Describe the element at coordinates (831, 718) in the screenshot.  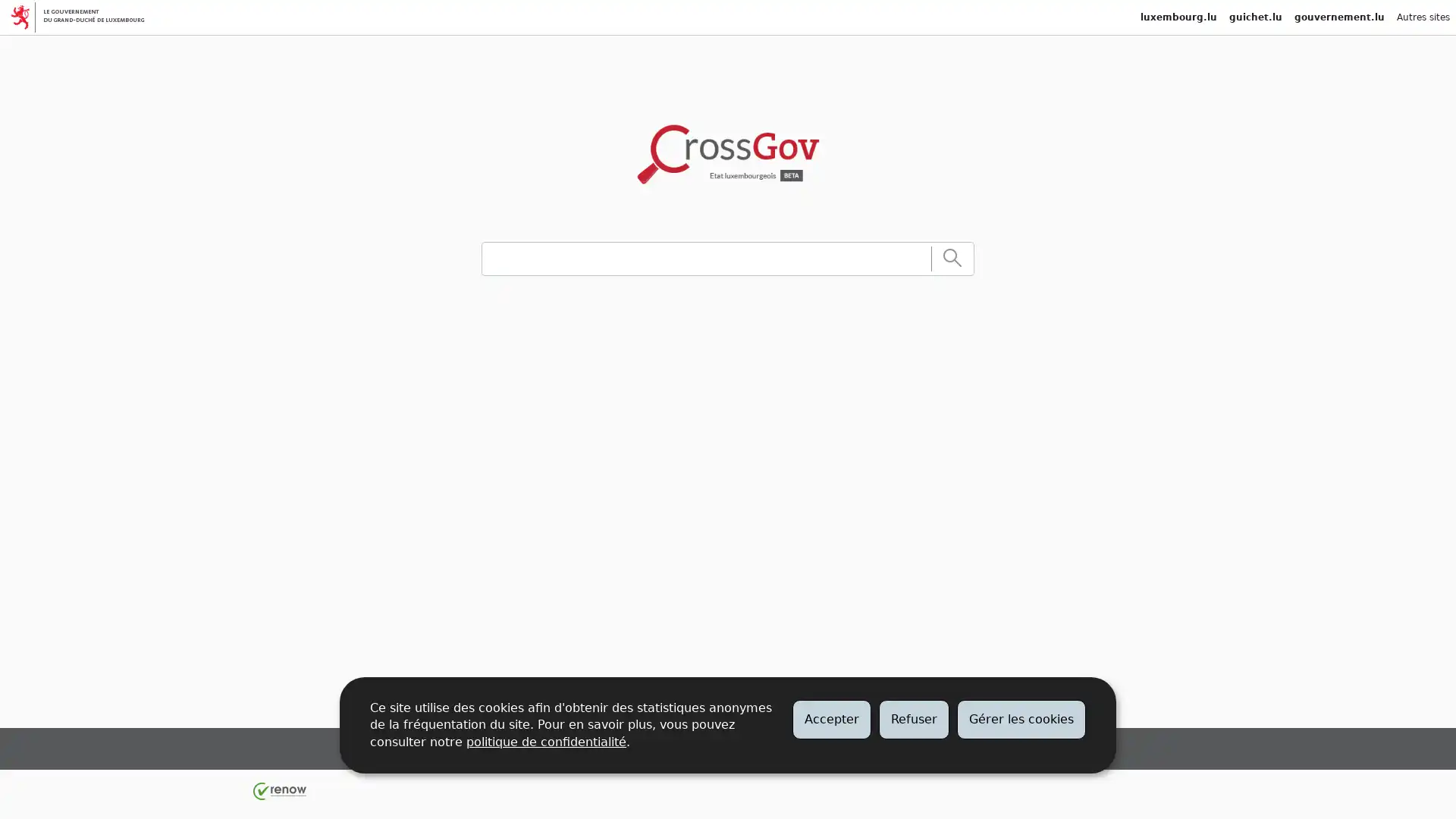
I see `Accepter` at that location.